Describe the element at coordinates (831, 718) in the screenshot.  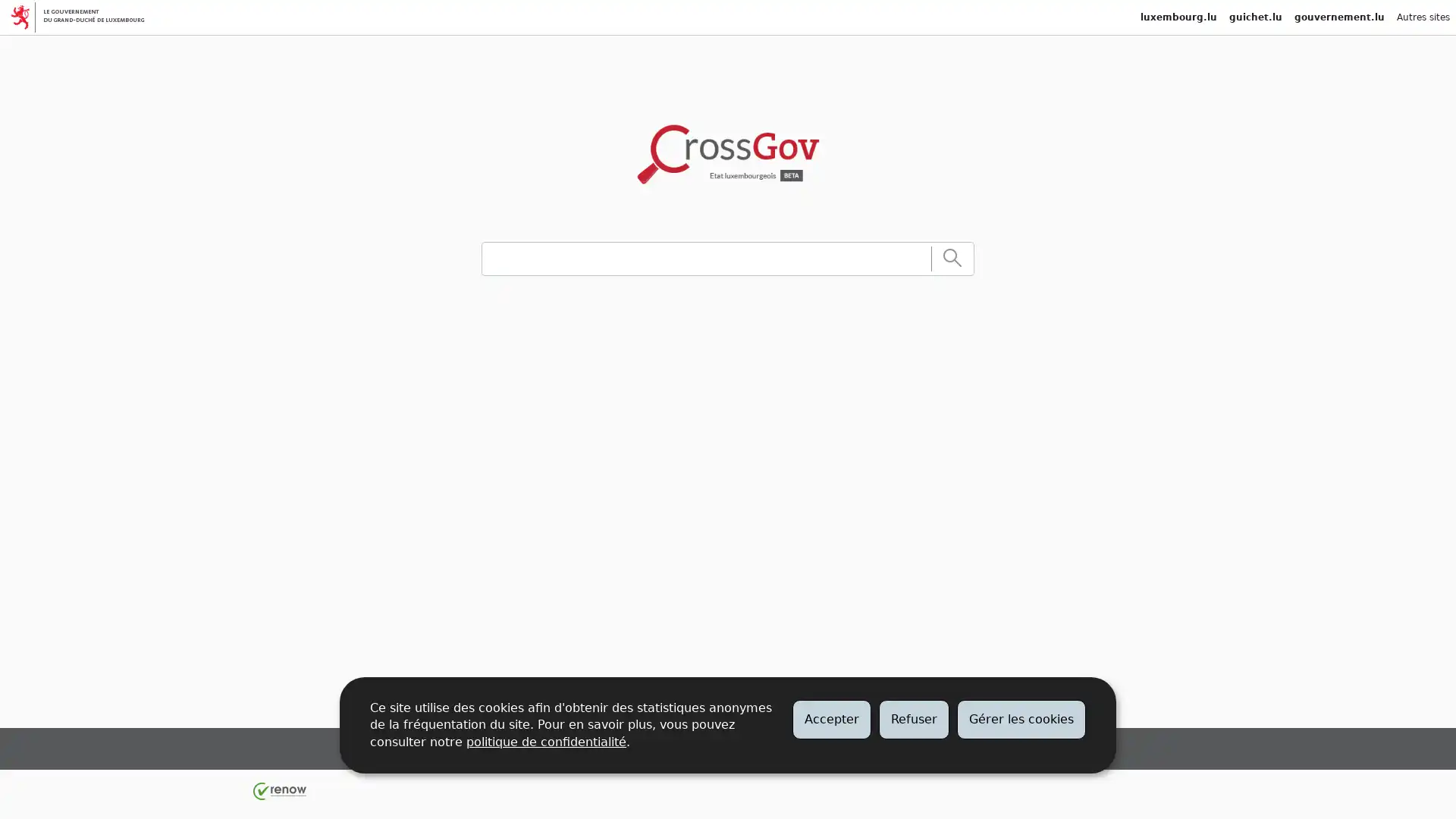
I see `Accepter` at that location.